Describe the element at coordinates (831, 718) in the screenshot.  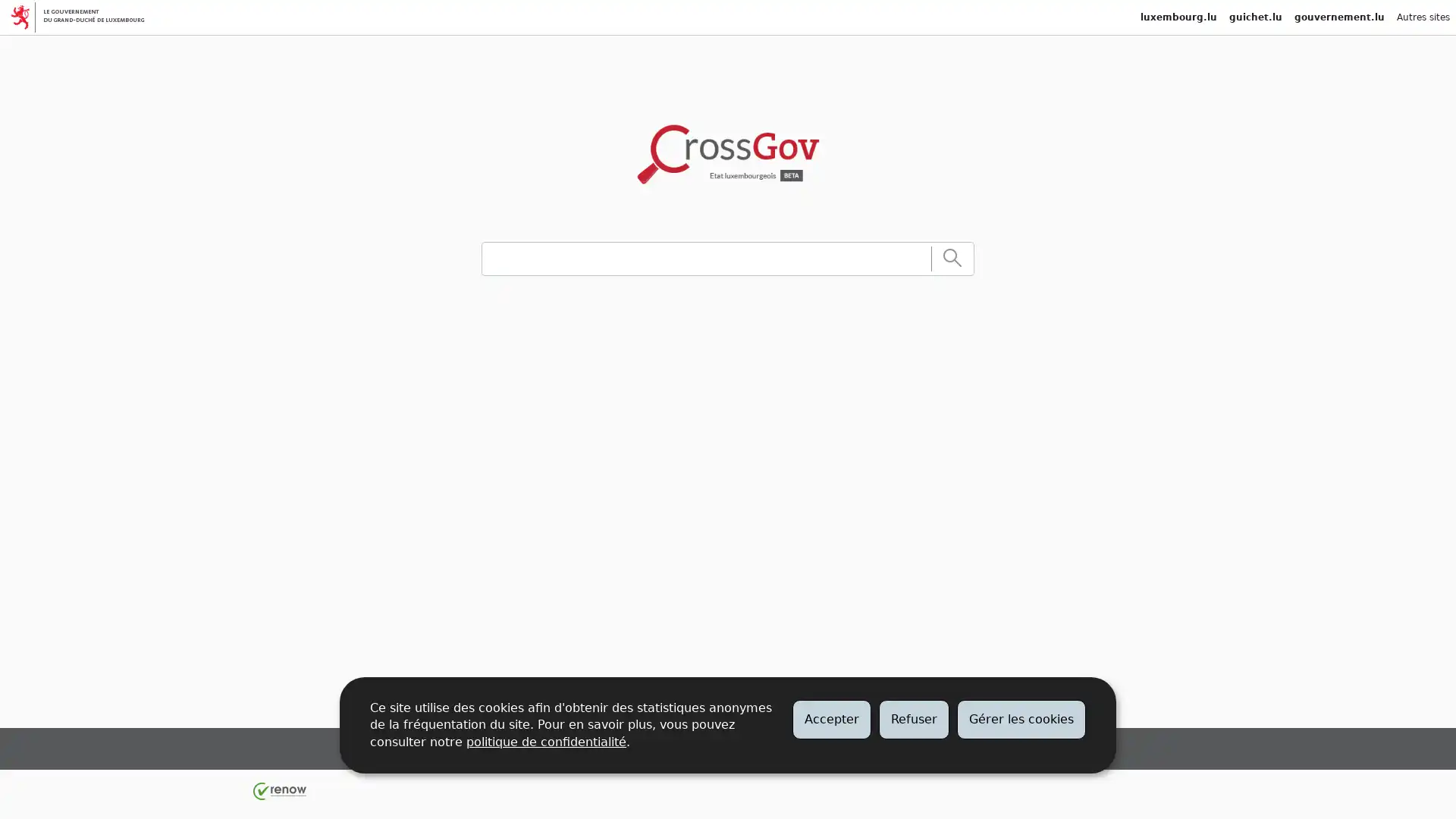
I see `Accepter` at that location.